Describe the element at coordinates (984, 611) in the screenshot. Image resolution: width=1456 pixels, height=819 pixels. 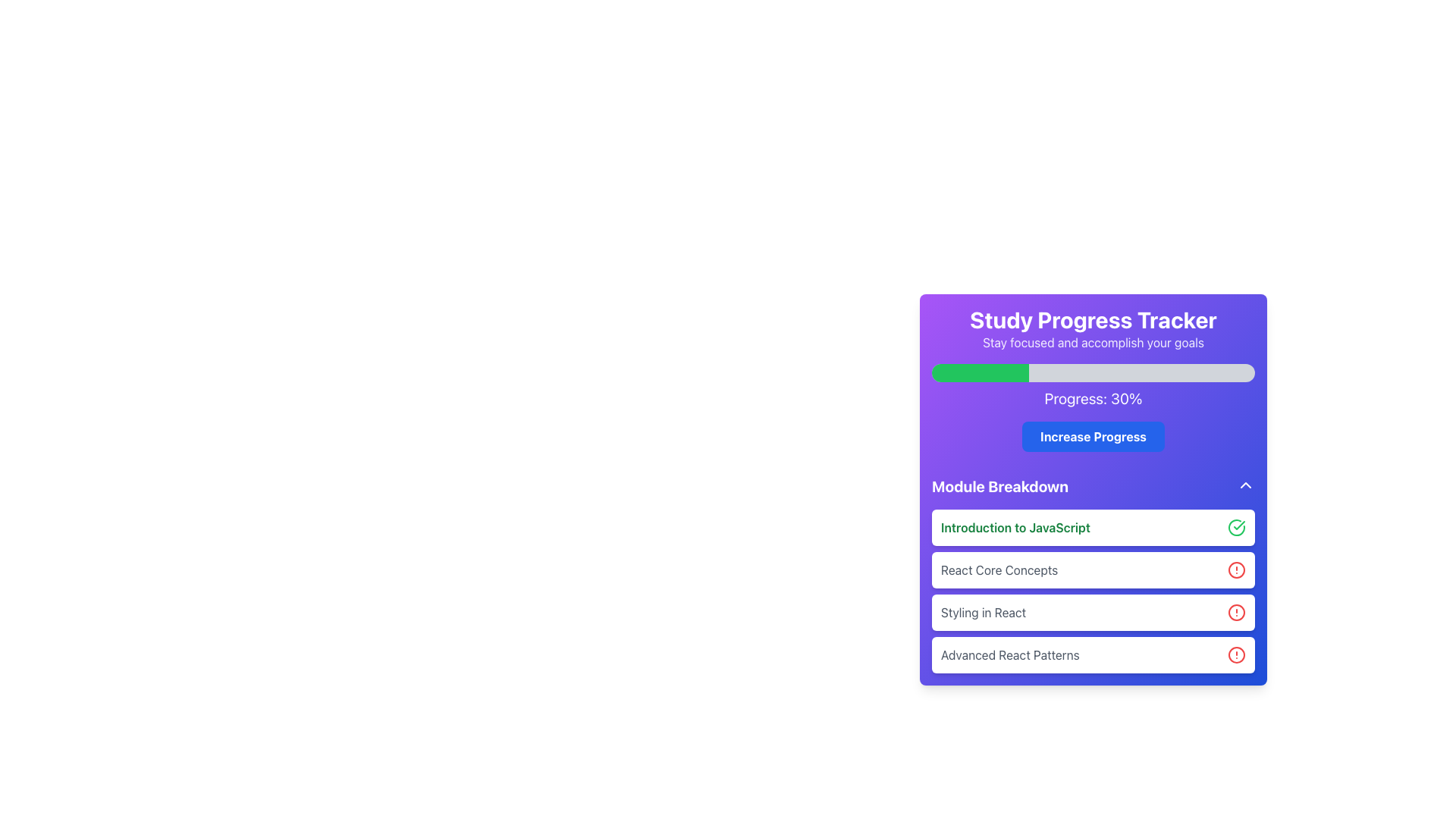
I see `the label for the learning module titled as the third item in the 'Module Breakdown' section, located below 'Introduction to JavaScript' and 'React Core Concepts'` at that location.